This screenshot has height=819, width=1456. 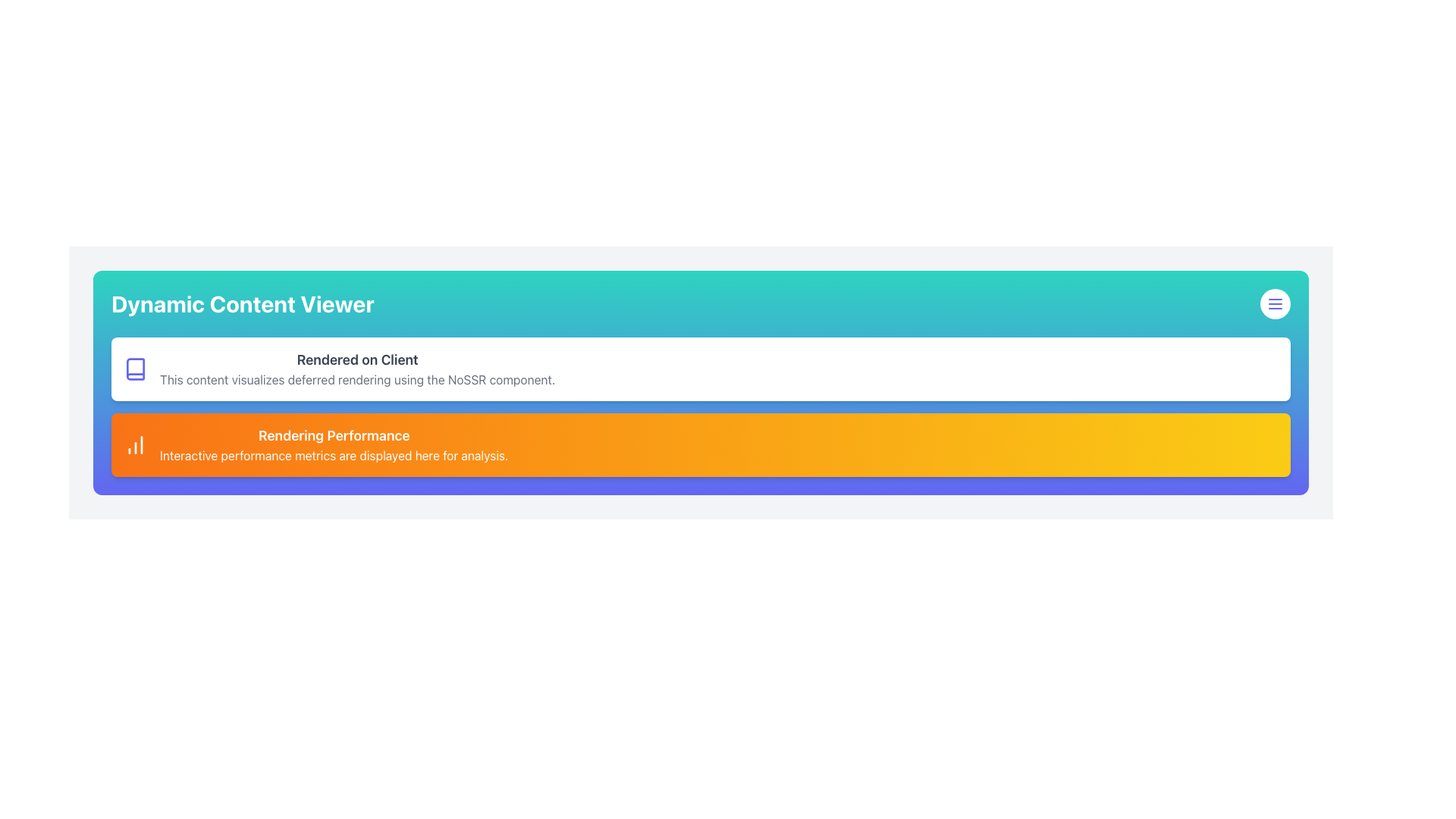 I want to click on the Text Display Element that provides a label and description for performance metrics in the 'Dynamic Content Viewer' section, located below 'Rendered on Client.', so click(x=333, y=444).